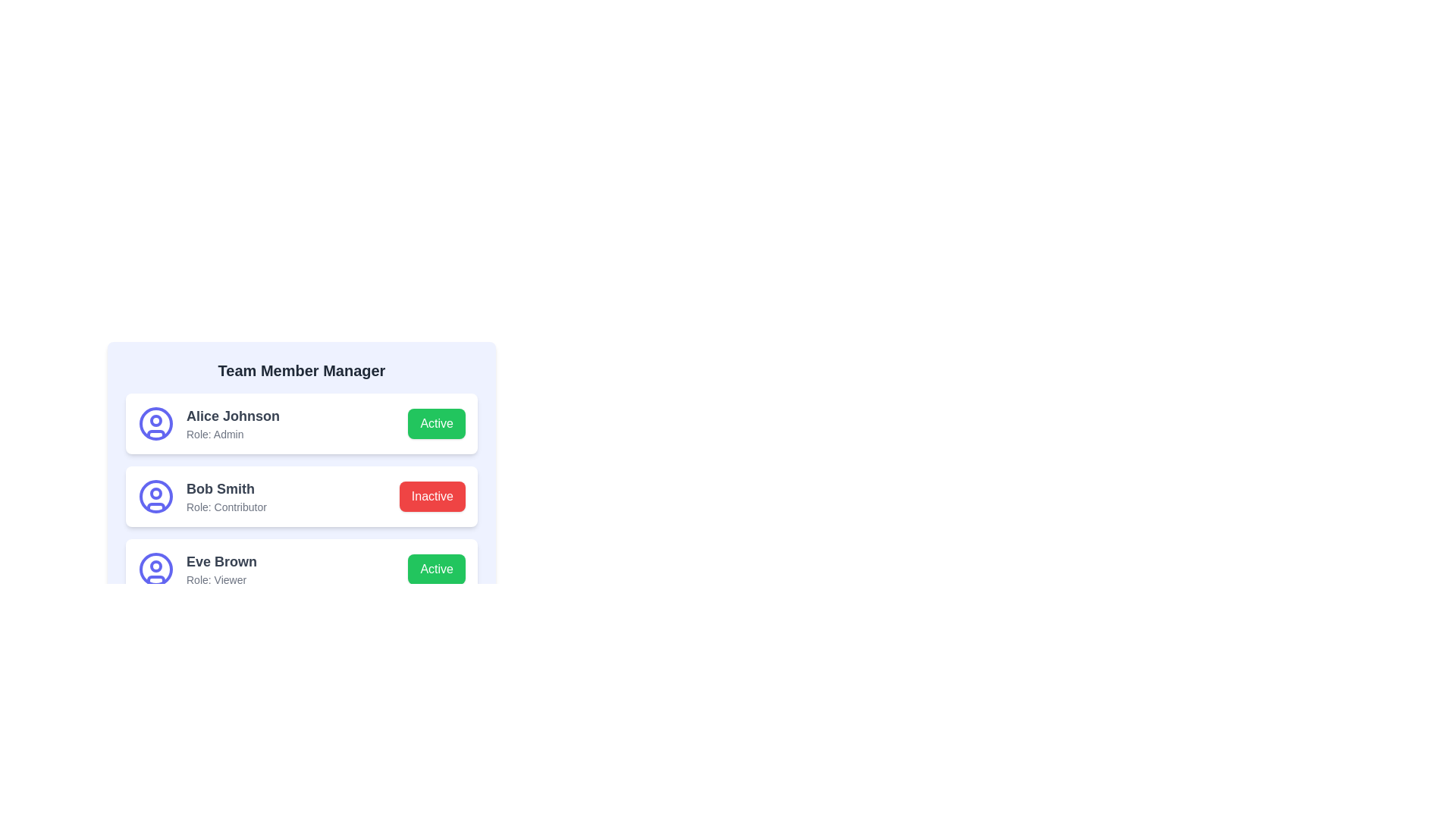  What do you see at coordinates (232, 435) in the screenshot?
I see `the static text label displaying 'Role: Admin' which is located below the name 'Alice Johnson' in the user role card` at bounding box center [232, 435].